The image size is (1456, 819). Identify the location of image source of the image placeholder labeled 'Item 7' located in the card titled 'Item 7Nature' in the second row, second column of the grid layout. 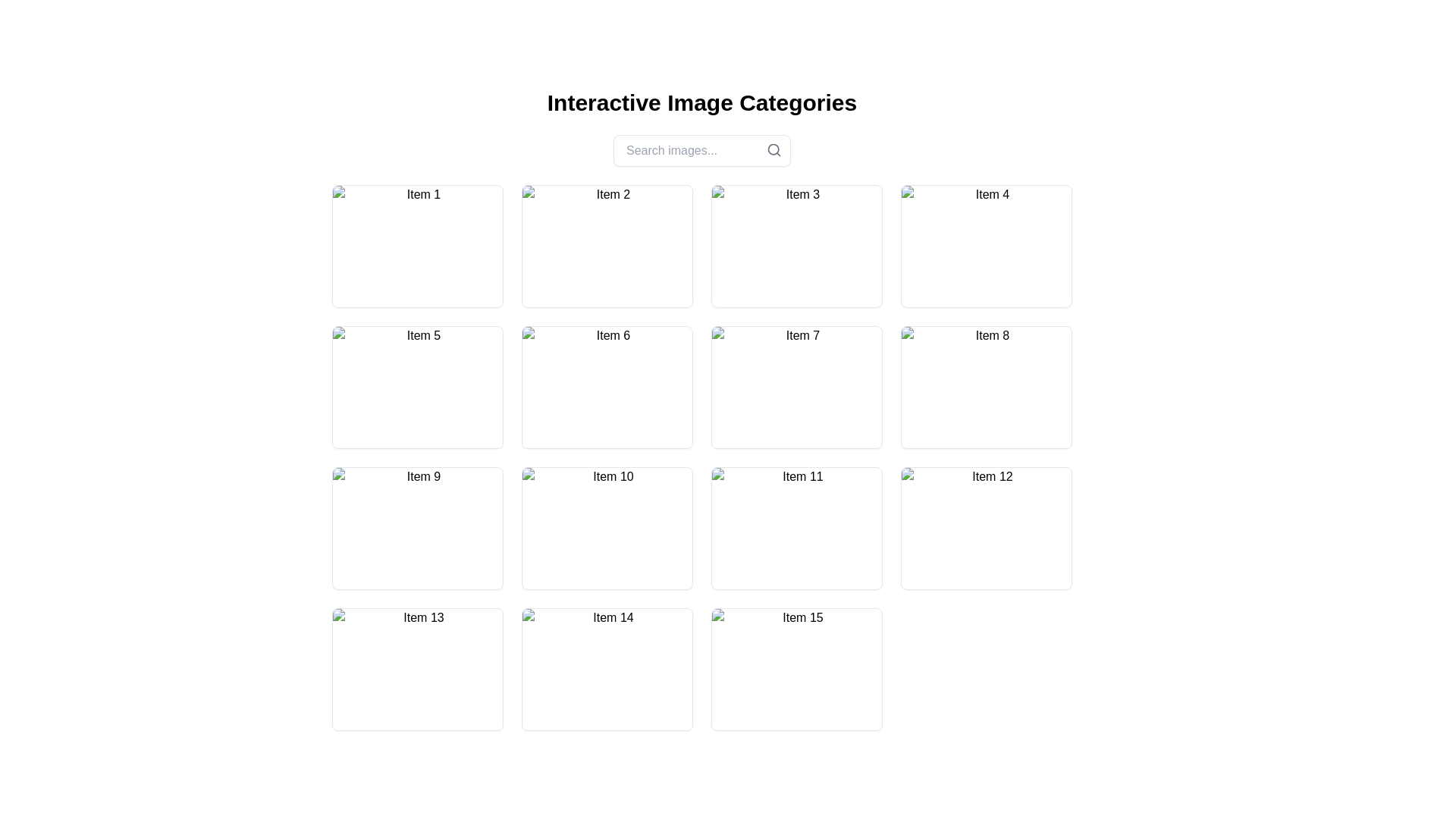
(796, 386).